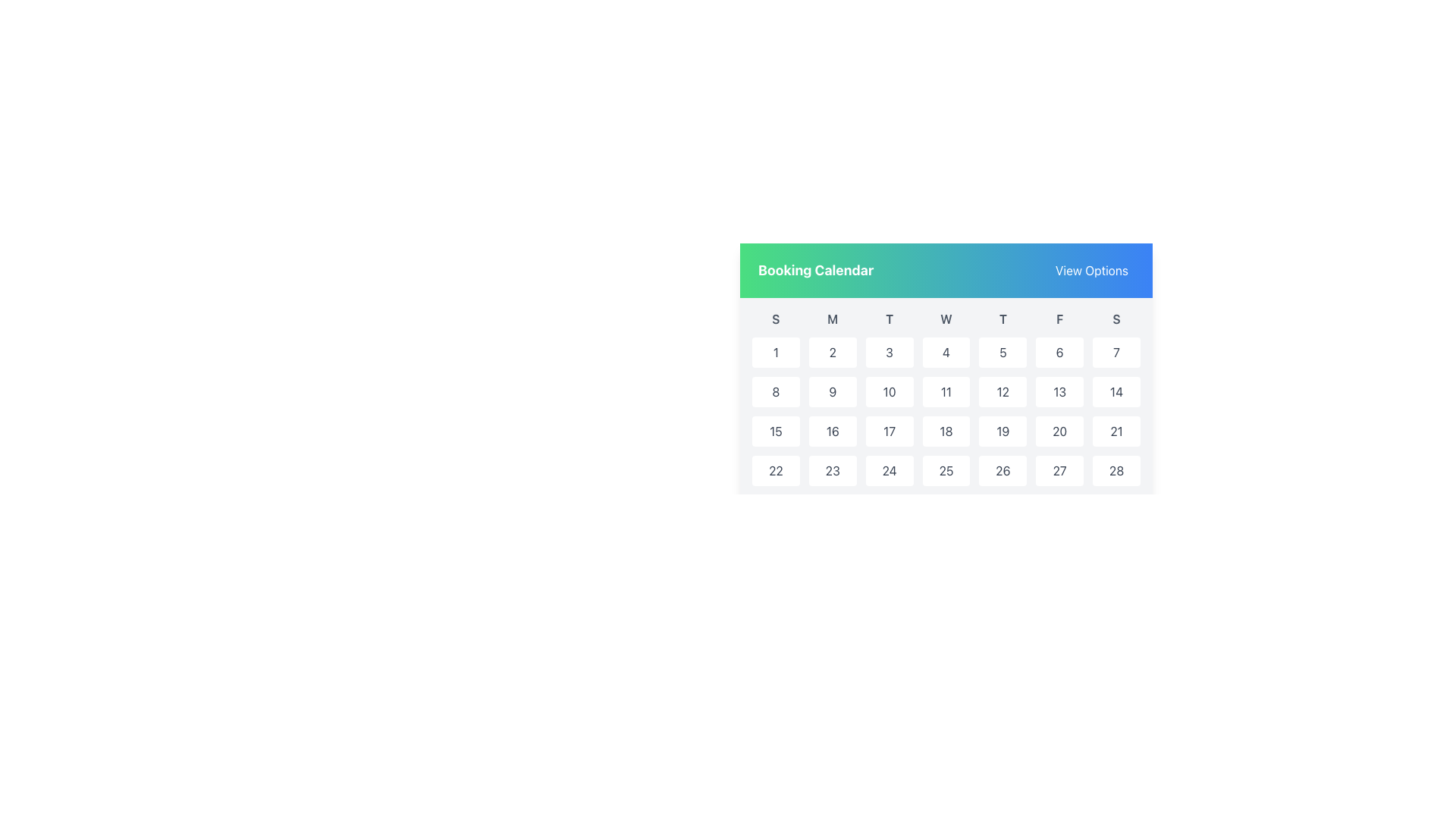 The height and width of the screenshot is (819, 1456). What do you see at coordinates (1003, 353) in the screenshot?
I see `the Static Label displaying the number '5' located in the first row and fifth column of the calendar grid under the 'T' column label` at bounding box center [1003, 353].